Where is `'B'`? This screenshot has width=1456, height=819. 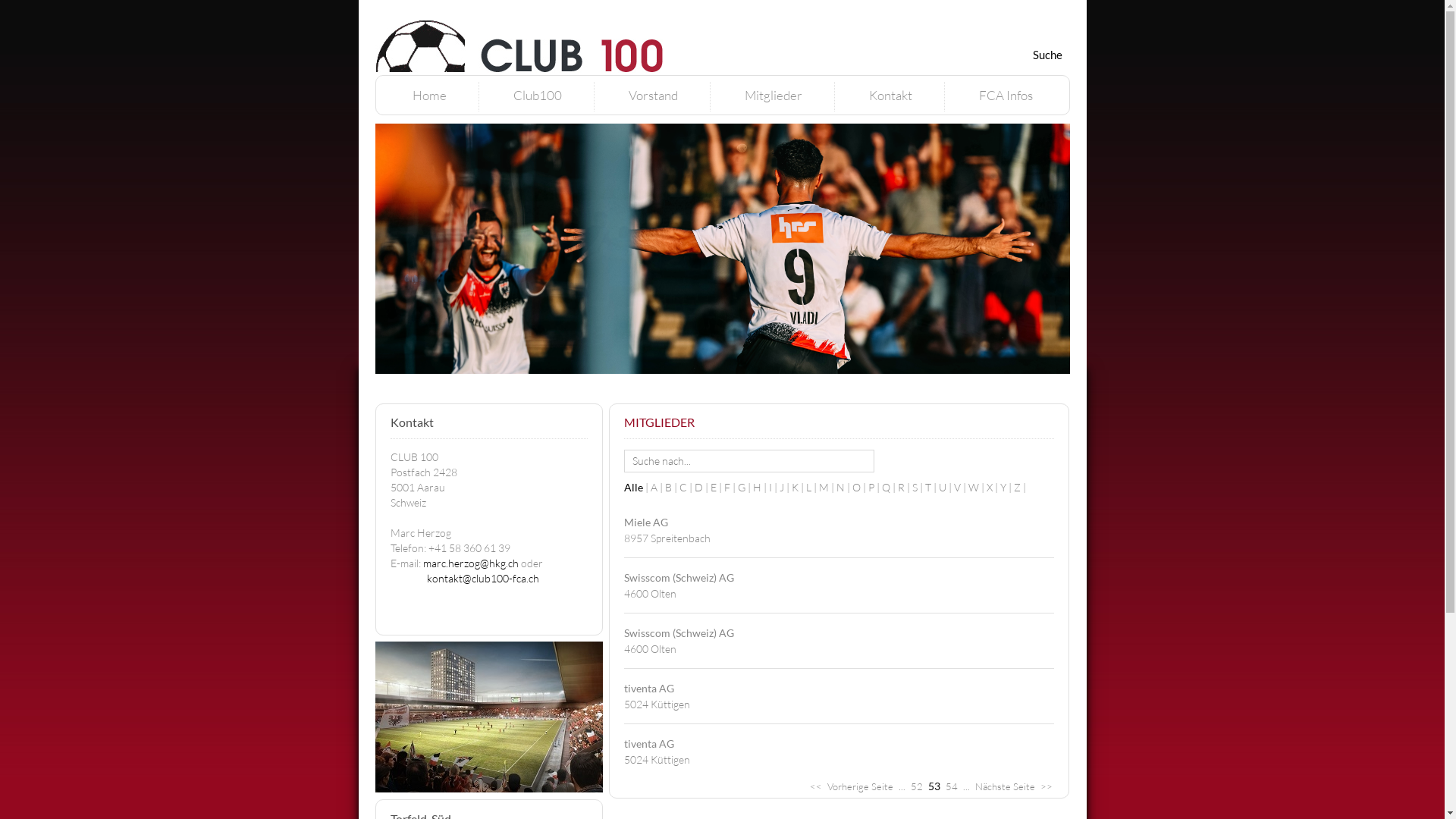 'B' is located at coordinates (670, 487).